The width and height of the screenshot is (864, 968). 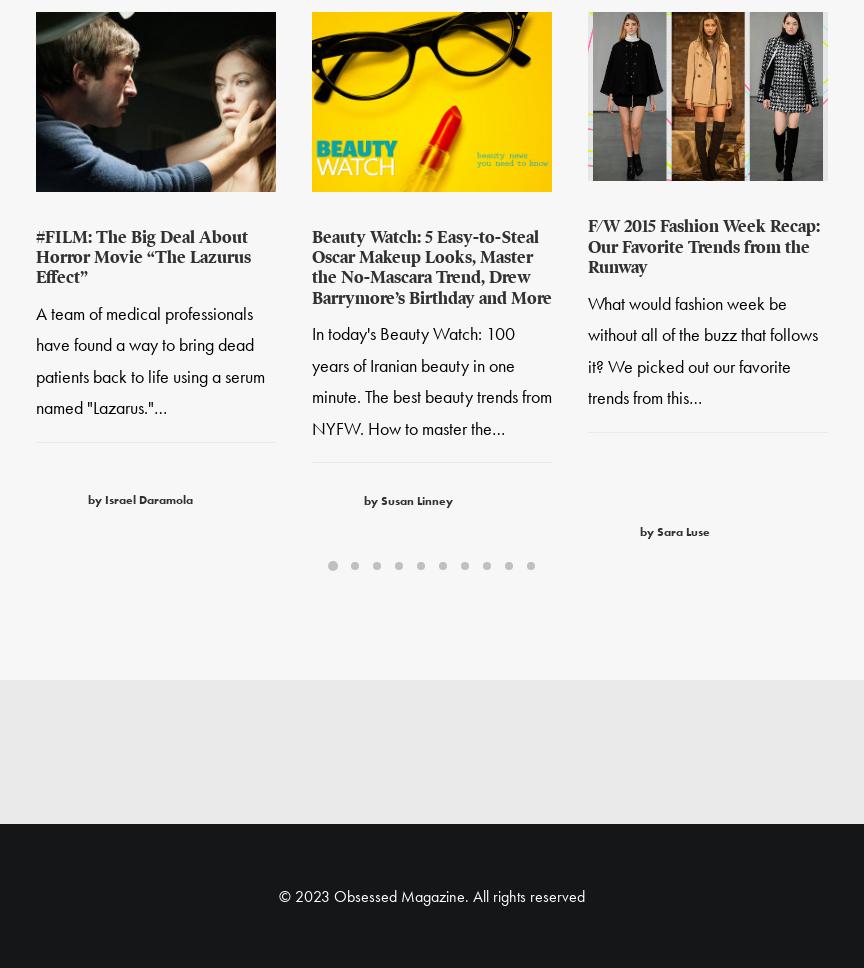 I want to click on 'Beauty Watch', so click(x=420, y=63).